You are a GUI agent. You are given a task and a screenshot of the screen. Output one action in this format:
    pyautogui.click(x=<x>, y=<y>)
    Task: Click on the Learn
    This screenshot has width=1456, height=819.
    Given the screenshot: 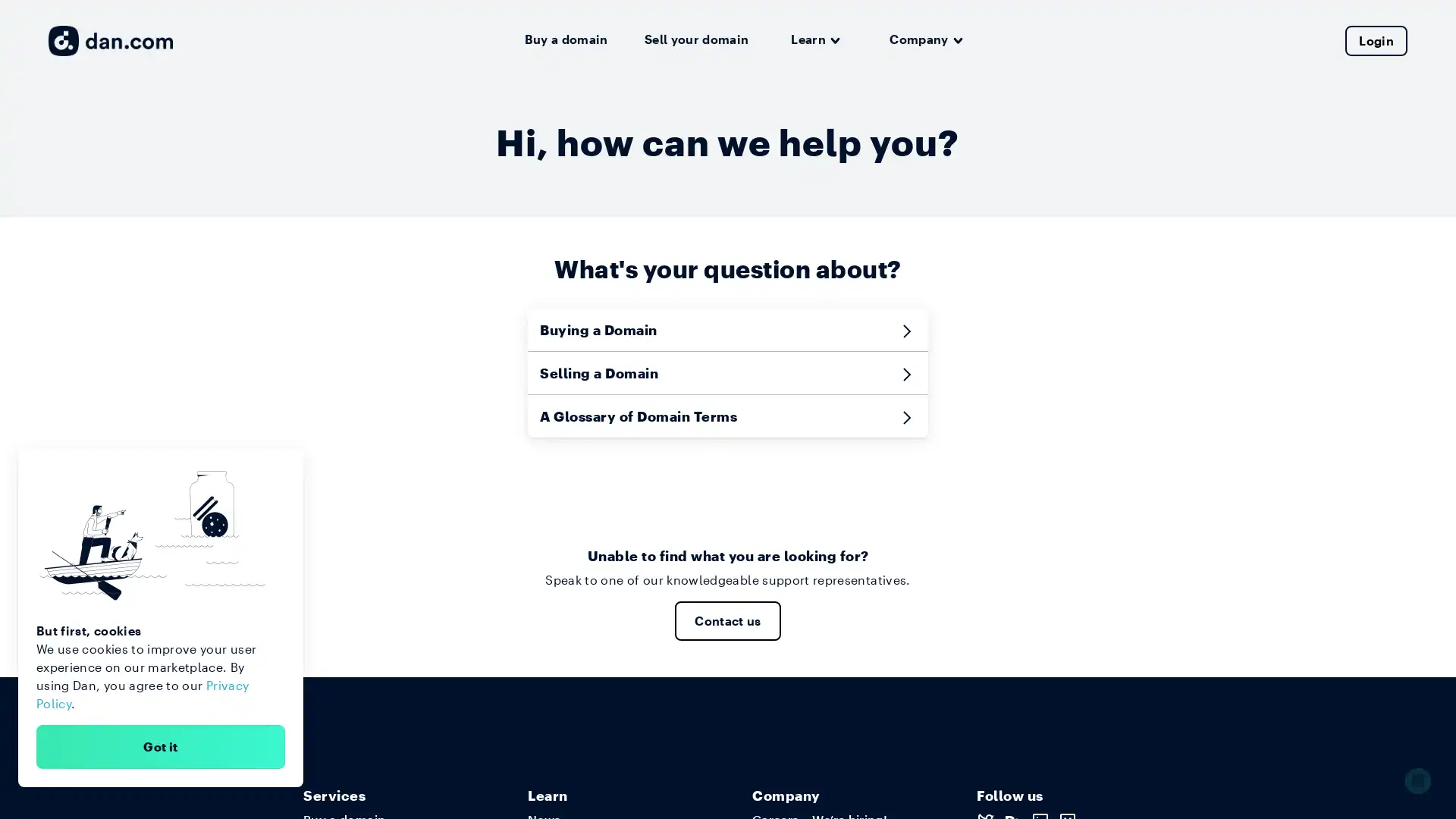 What is the action you would take?
    pyautogui.click(x=814, y=39)
    